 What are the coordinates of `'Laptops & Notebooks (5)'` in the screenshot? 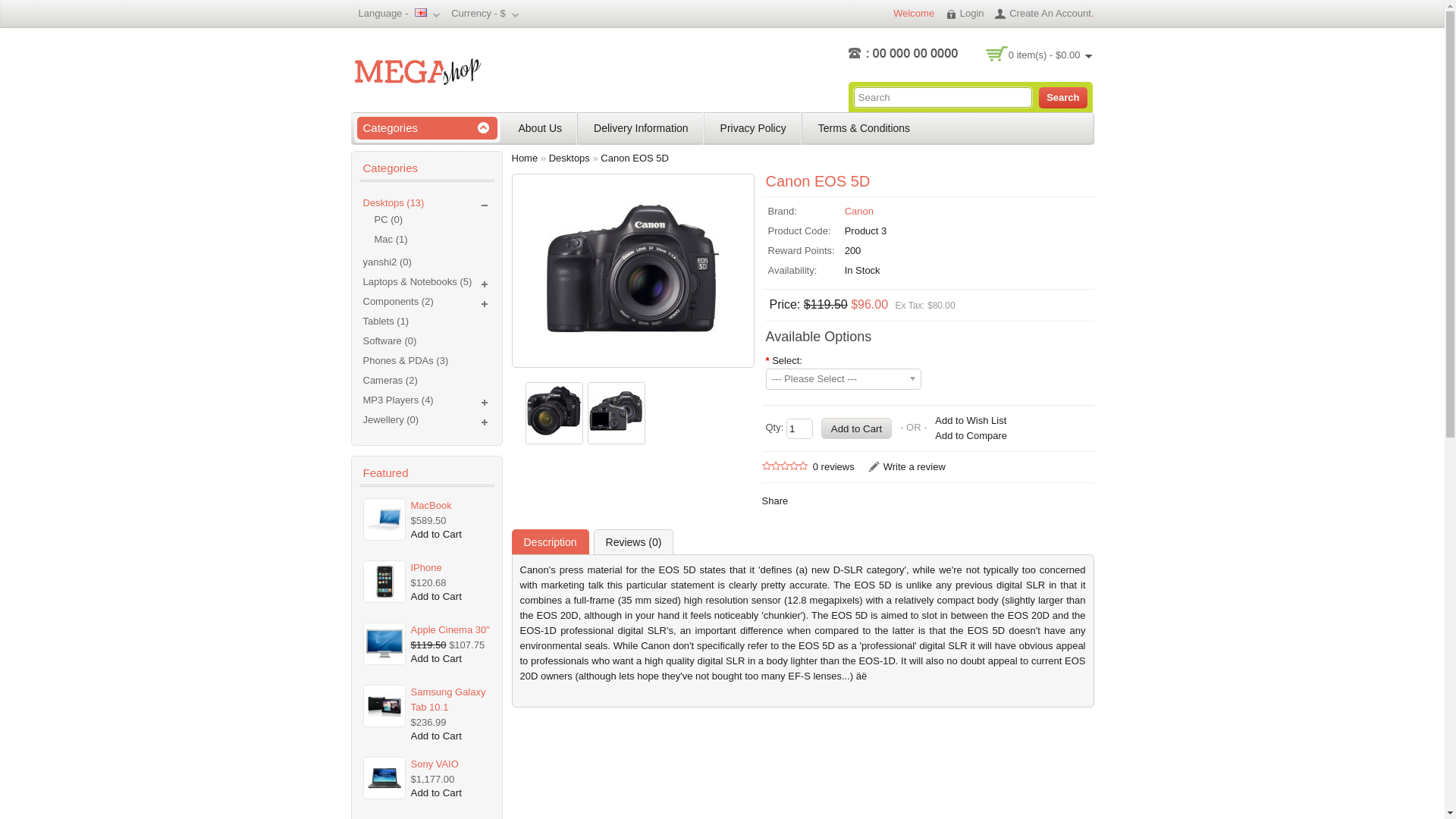 It's located at (417, 281).